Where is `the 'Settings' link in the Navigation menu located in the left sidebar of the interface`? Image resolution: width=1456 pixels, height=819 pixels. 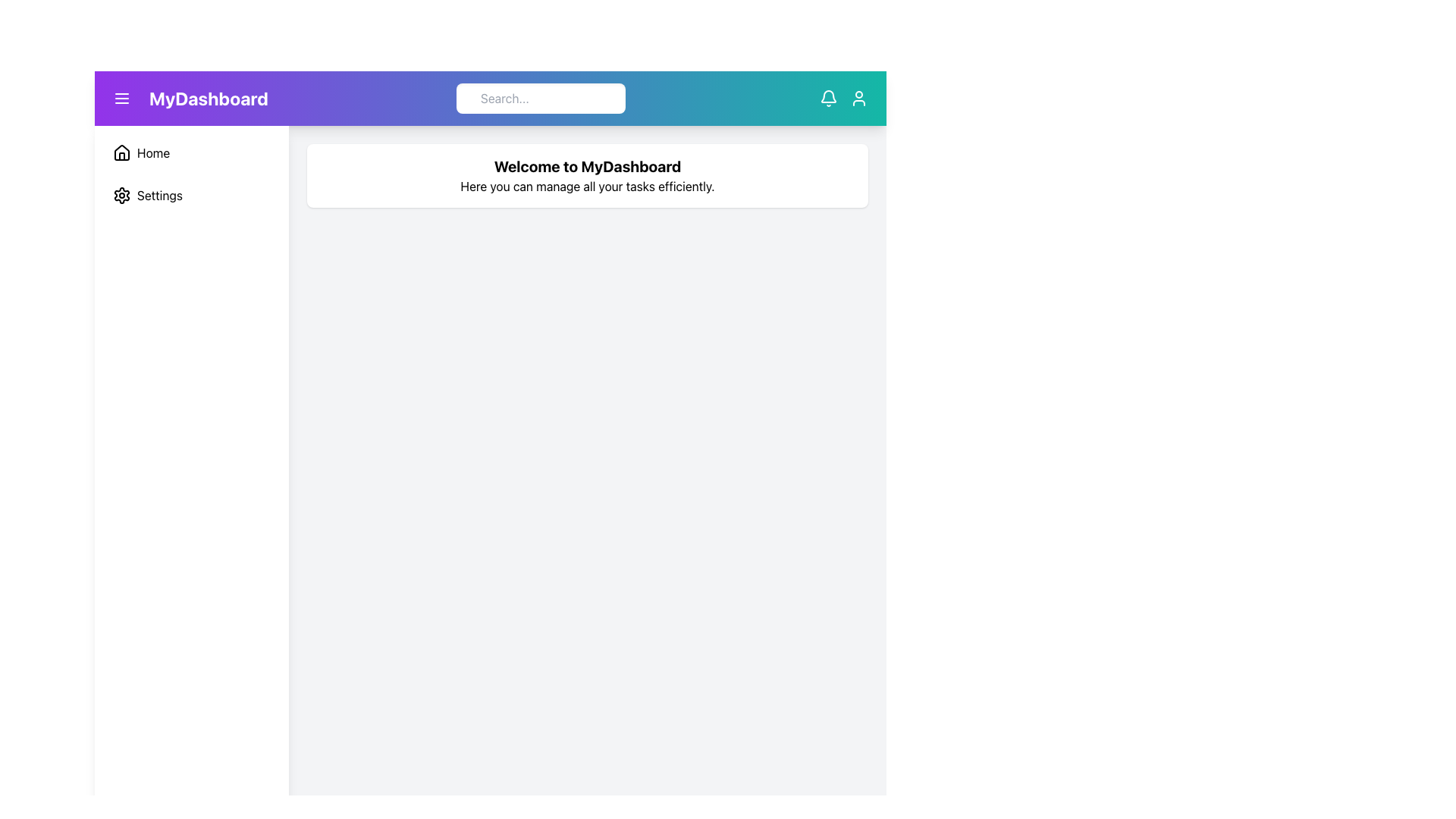 the 'Settings' link in the Navigation menu located in the left sidebar of the interface is located at coordinates (191, 174).